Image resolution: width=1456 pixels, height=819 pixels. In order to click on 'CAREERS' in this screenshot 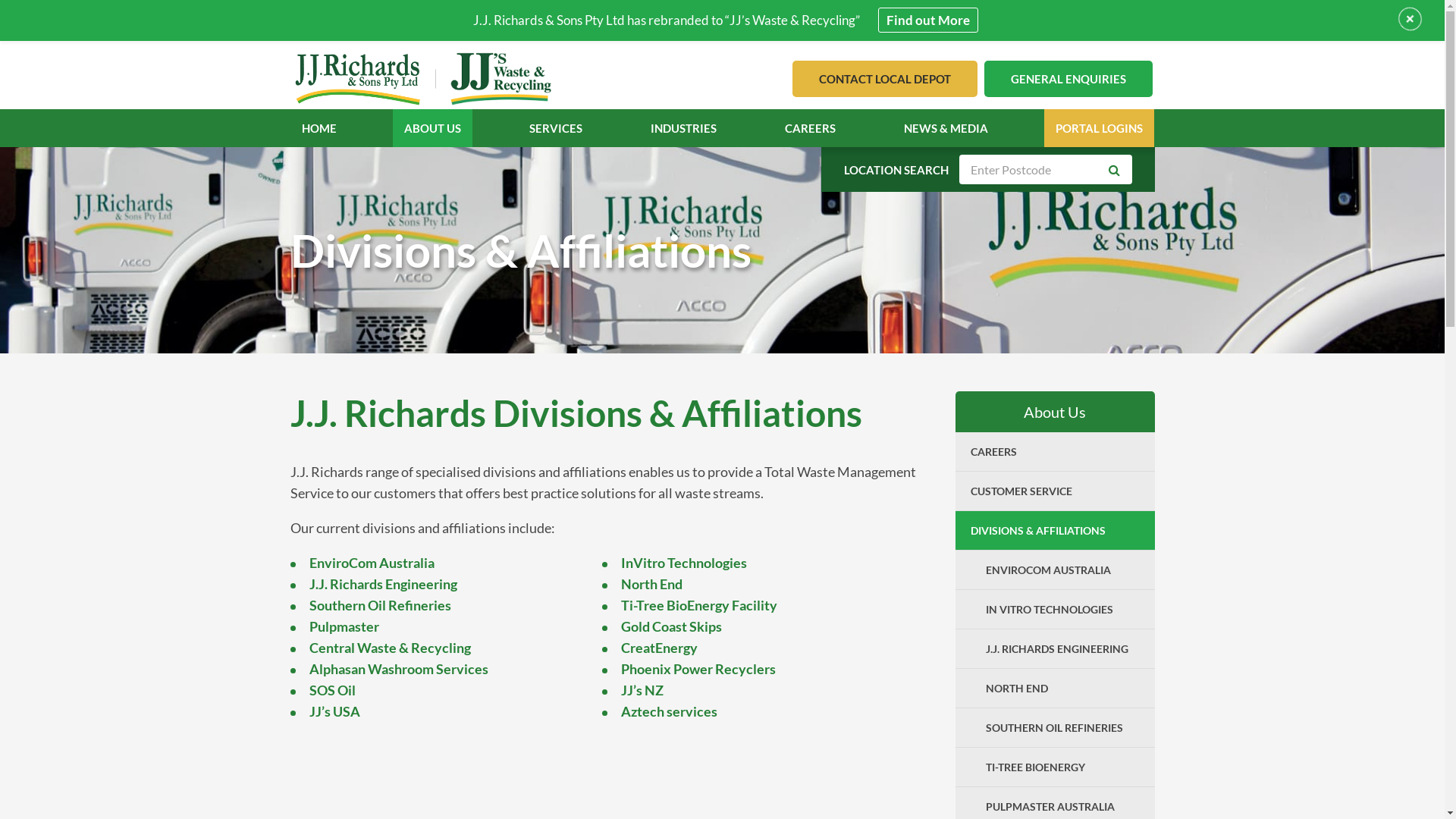, I will do `click(954, 450)`.